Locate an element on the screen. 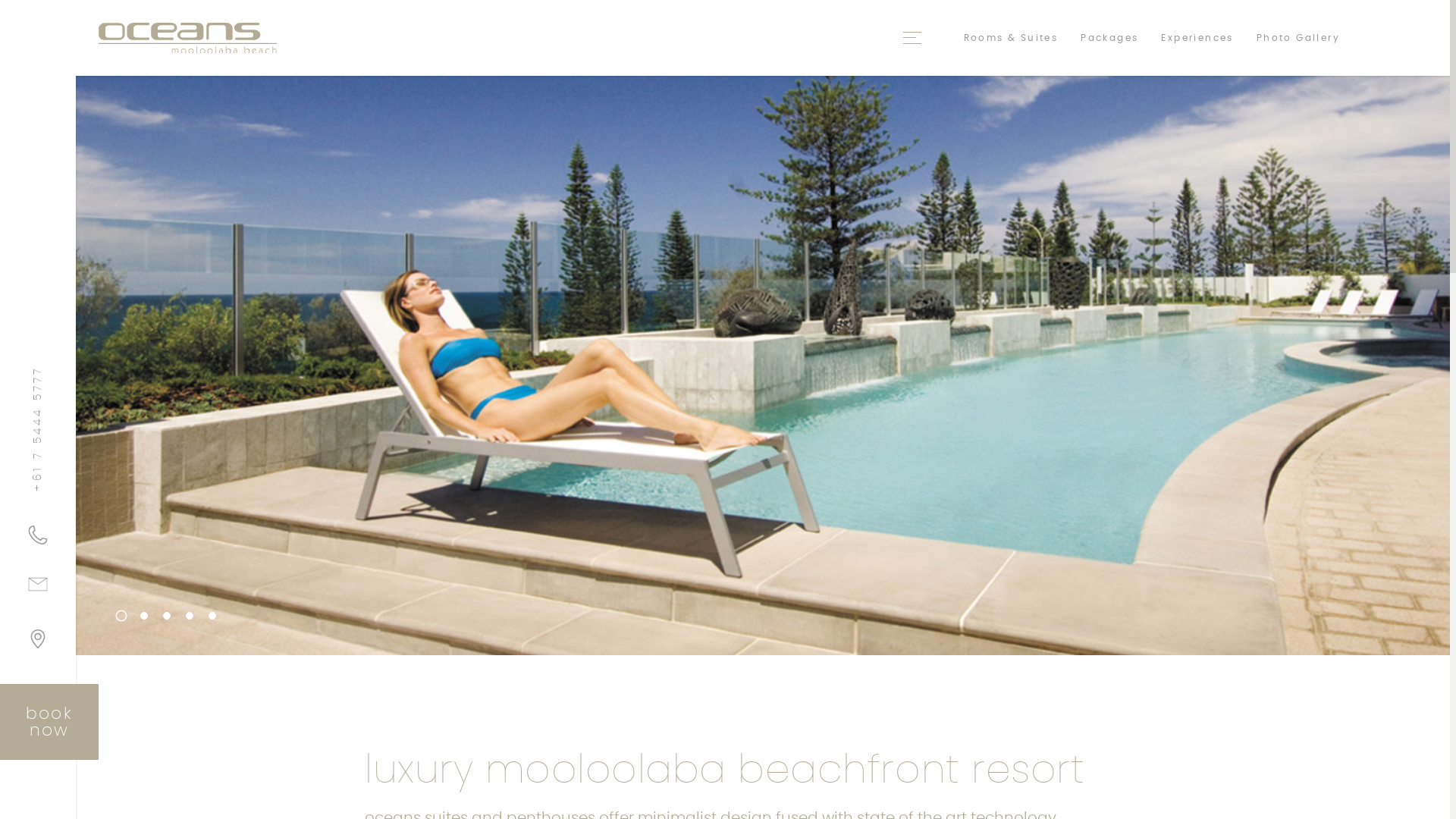 This screenshot has width=1456, height=819. 'Email Us' is located at coordinates (38, 589).